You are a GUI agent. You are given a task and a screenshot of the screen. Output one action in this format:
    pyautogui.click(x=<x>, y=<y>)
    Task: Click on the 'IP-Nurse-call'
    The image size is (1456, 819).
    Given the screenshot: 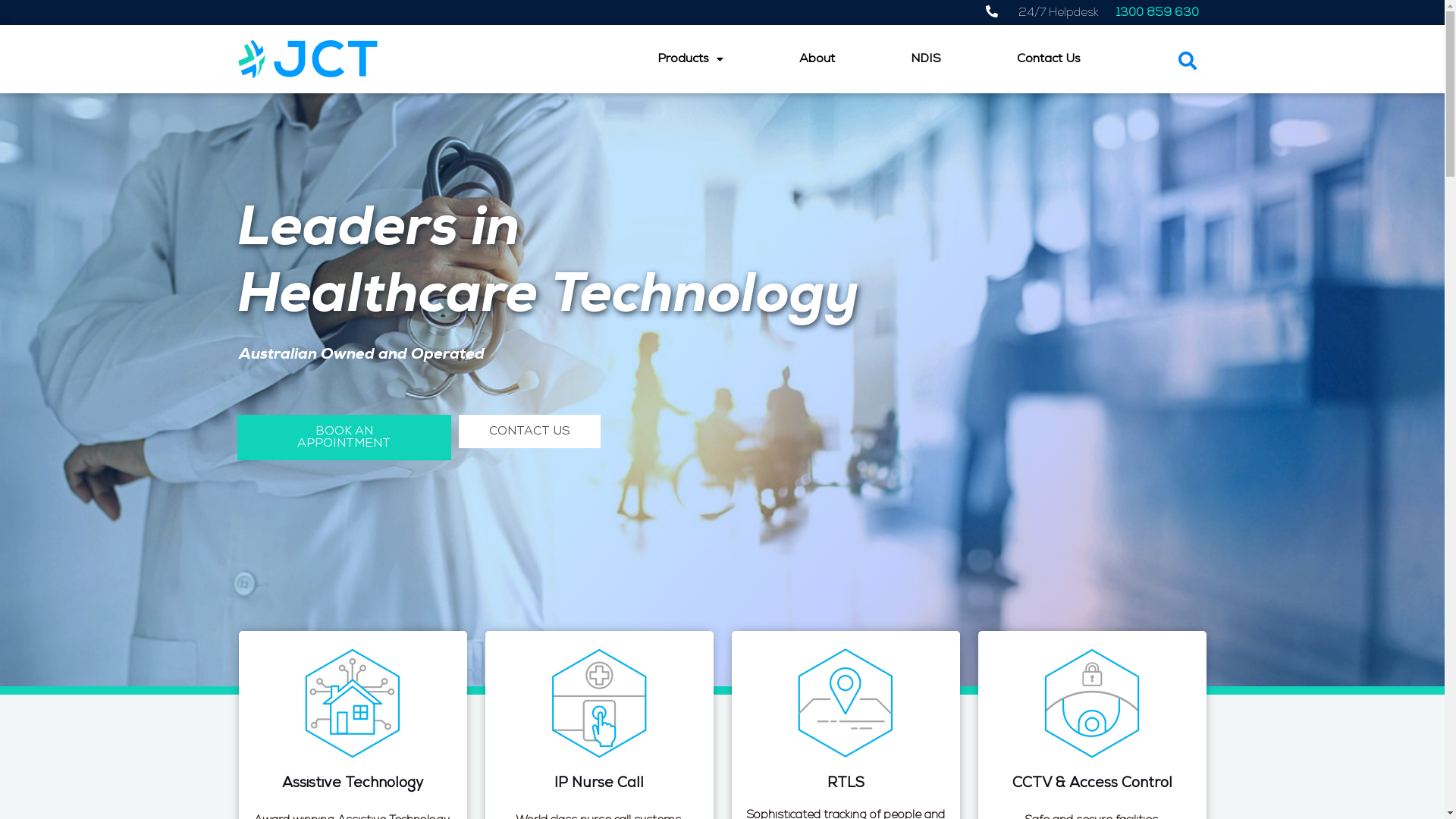 What is the action you would take?
    pyautogui.click(x=598, y=702)
    